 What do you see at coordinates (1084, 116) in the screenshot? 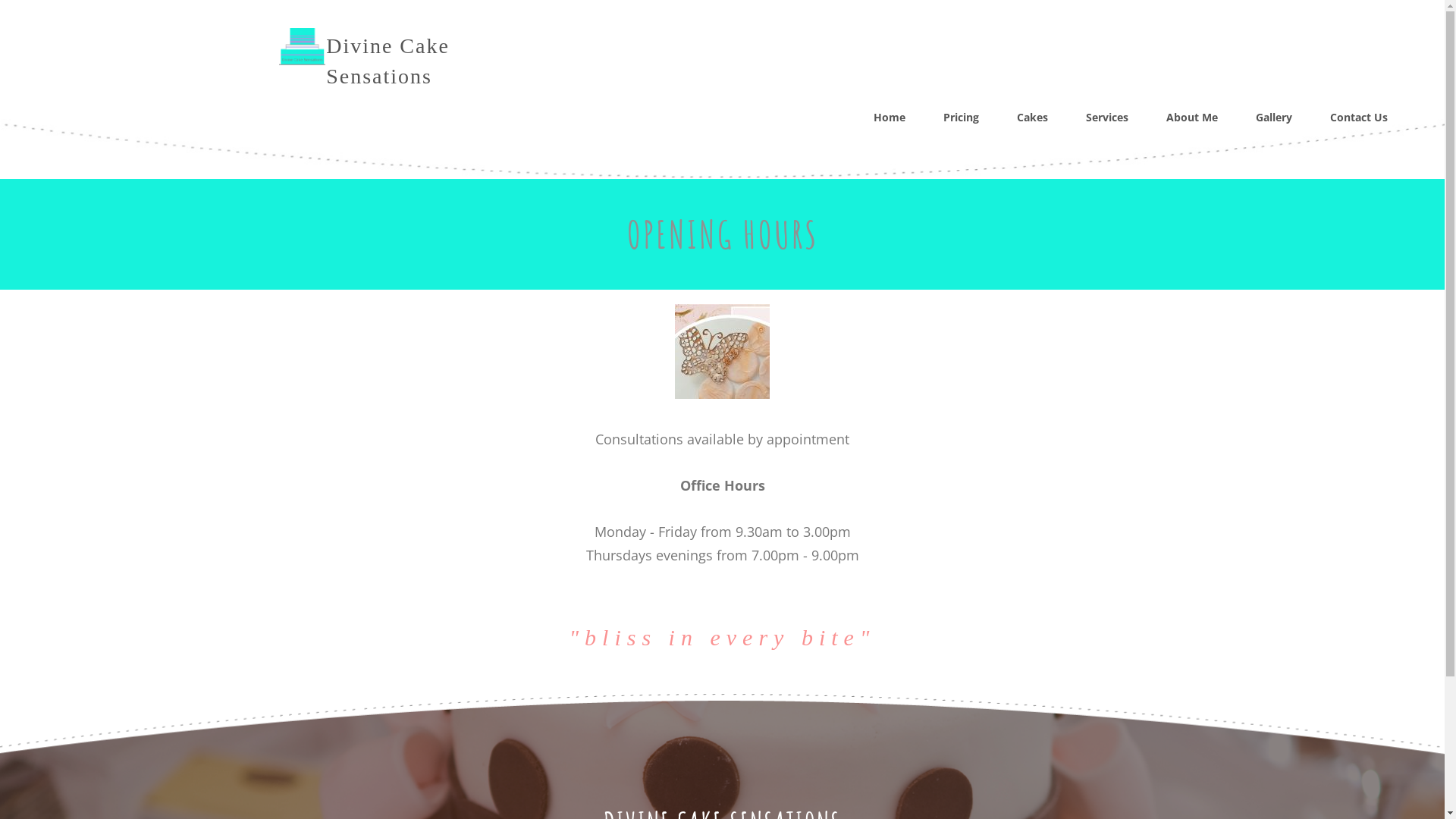
I see `'Services'` at bounding box center [1084, 116].